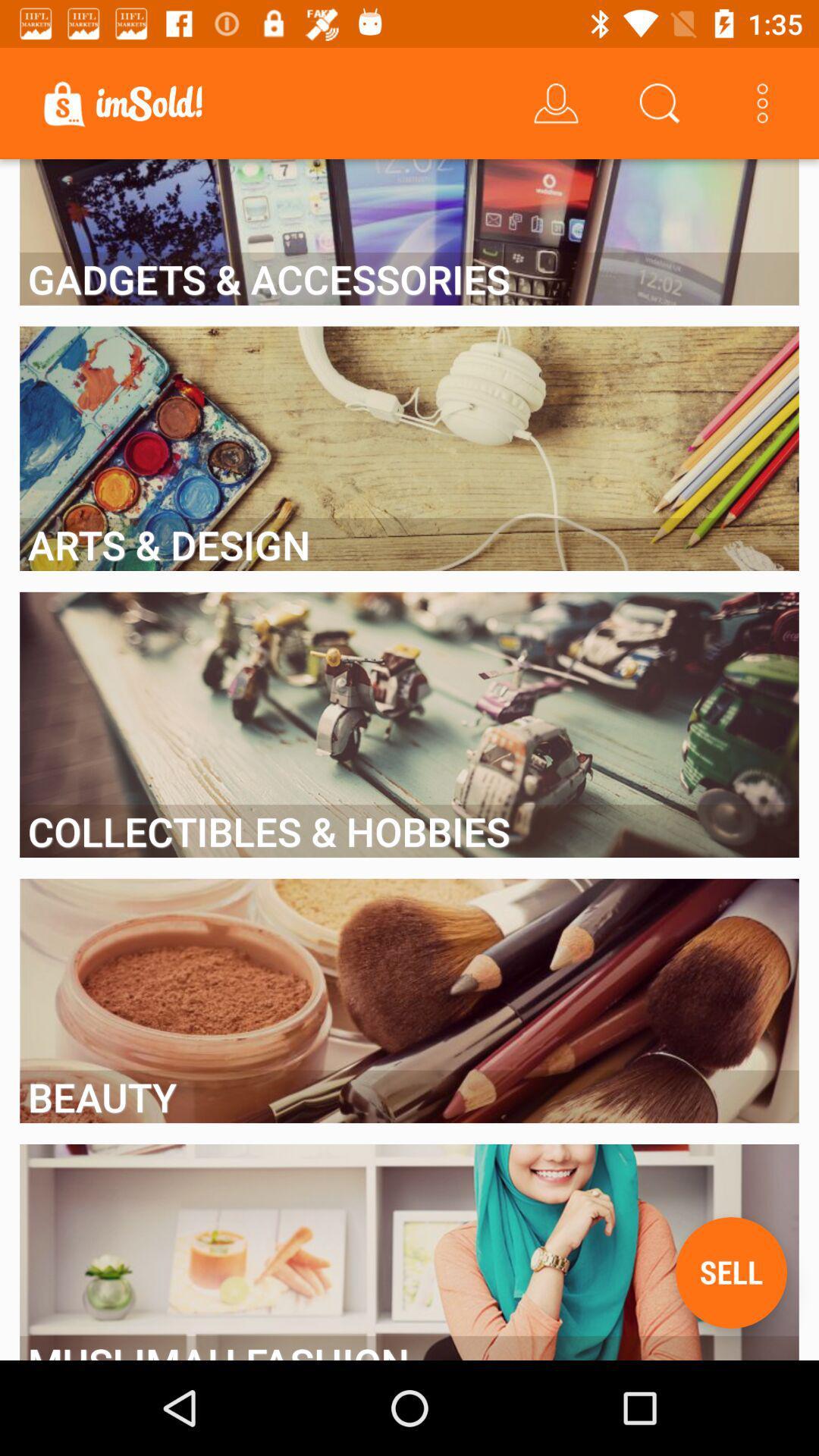 The image size is (819, 1456). I want to click on the beauty item, so click(409, 1097).